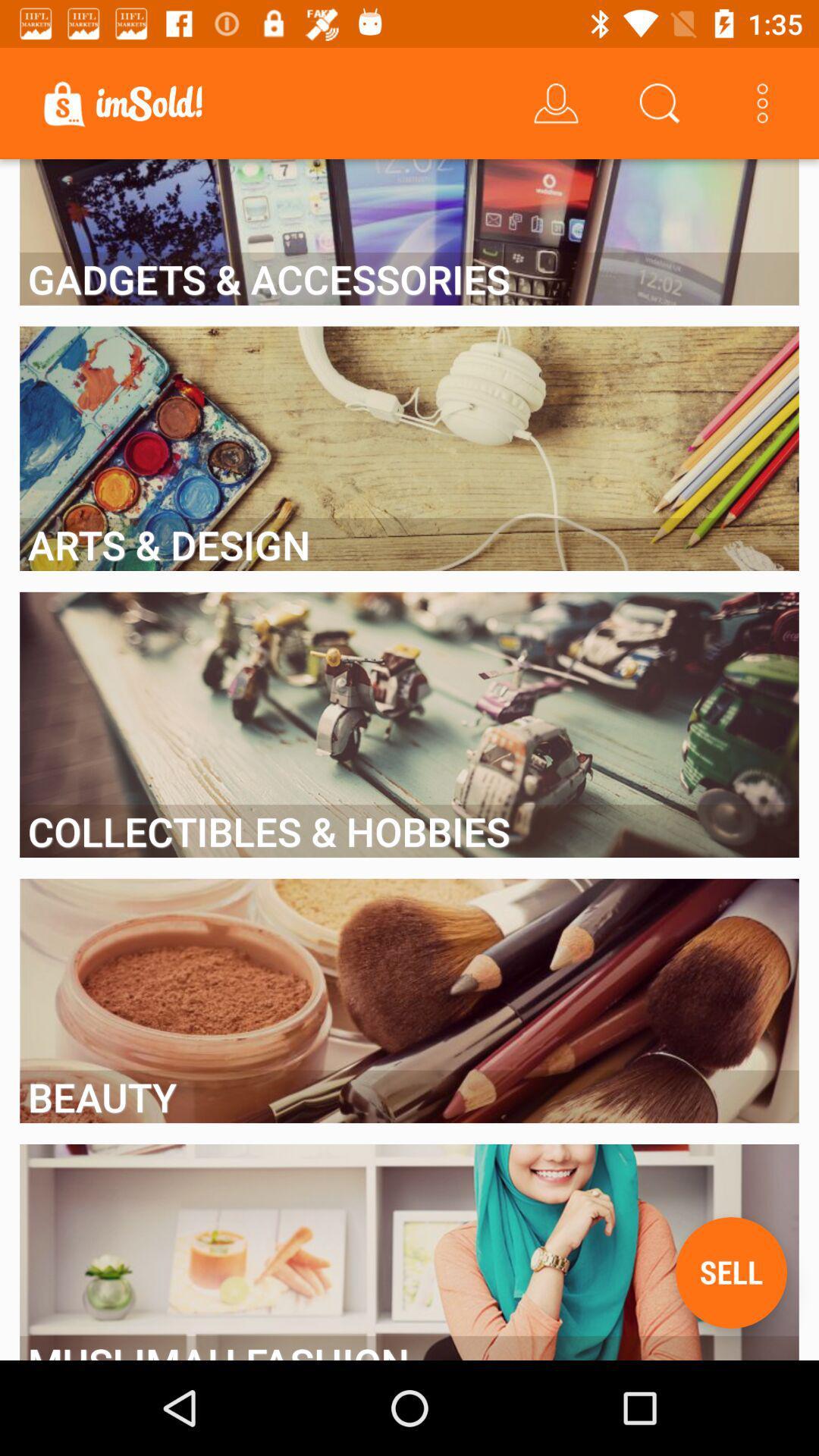 The image size is (819, 1456). I want to click on the beauty item, so click(409, 1097).